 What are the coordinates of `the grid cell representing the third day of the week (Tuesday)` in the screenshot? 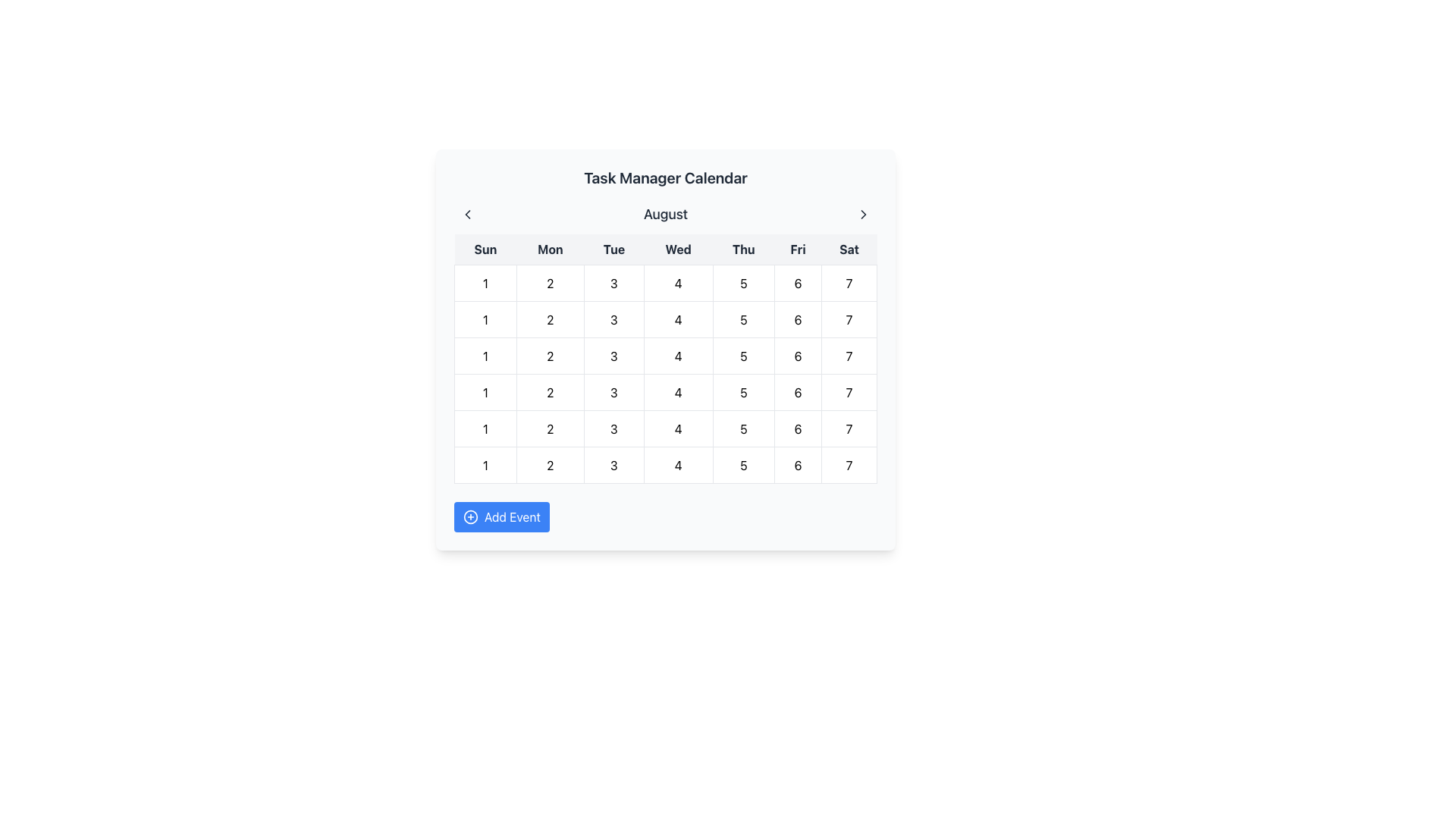 It's located at (613, 283).